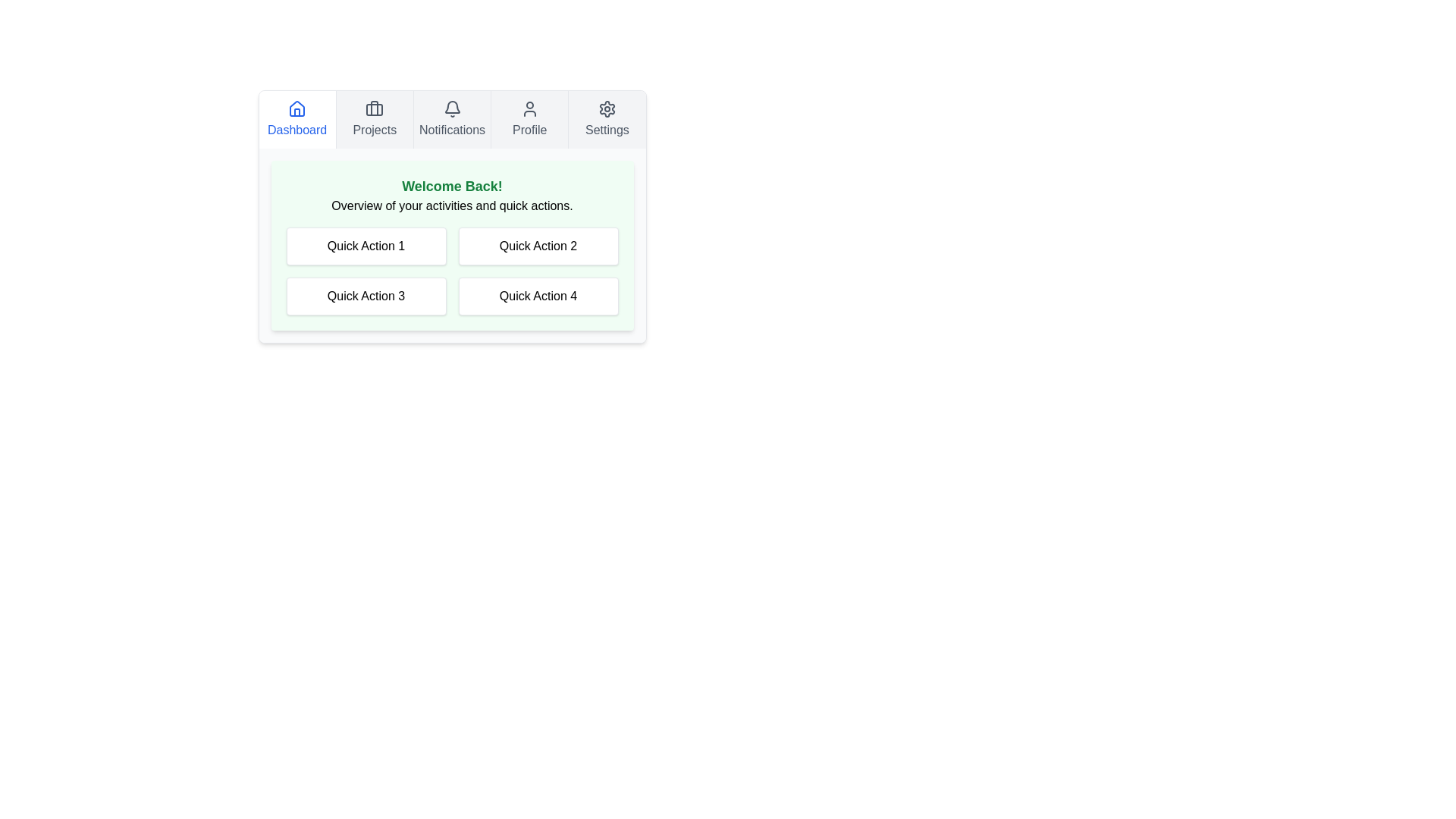  I want to click on the 'Notifications' button in the horizontal navigation menu, which is styled with a gray bell icon and a soft gray background, so click(450, 119).